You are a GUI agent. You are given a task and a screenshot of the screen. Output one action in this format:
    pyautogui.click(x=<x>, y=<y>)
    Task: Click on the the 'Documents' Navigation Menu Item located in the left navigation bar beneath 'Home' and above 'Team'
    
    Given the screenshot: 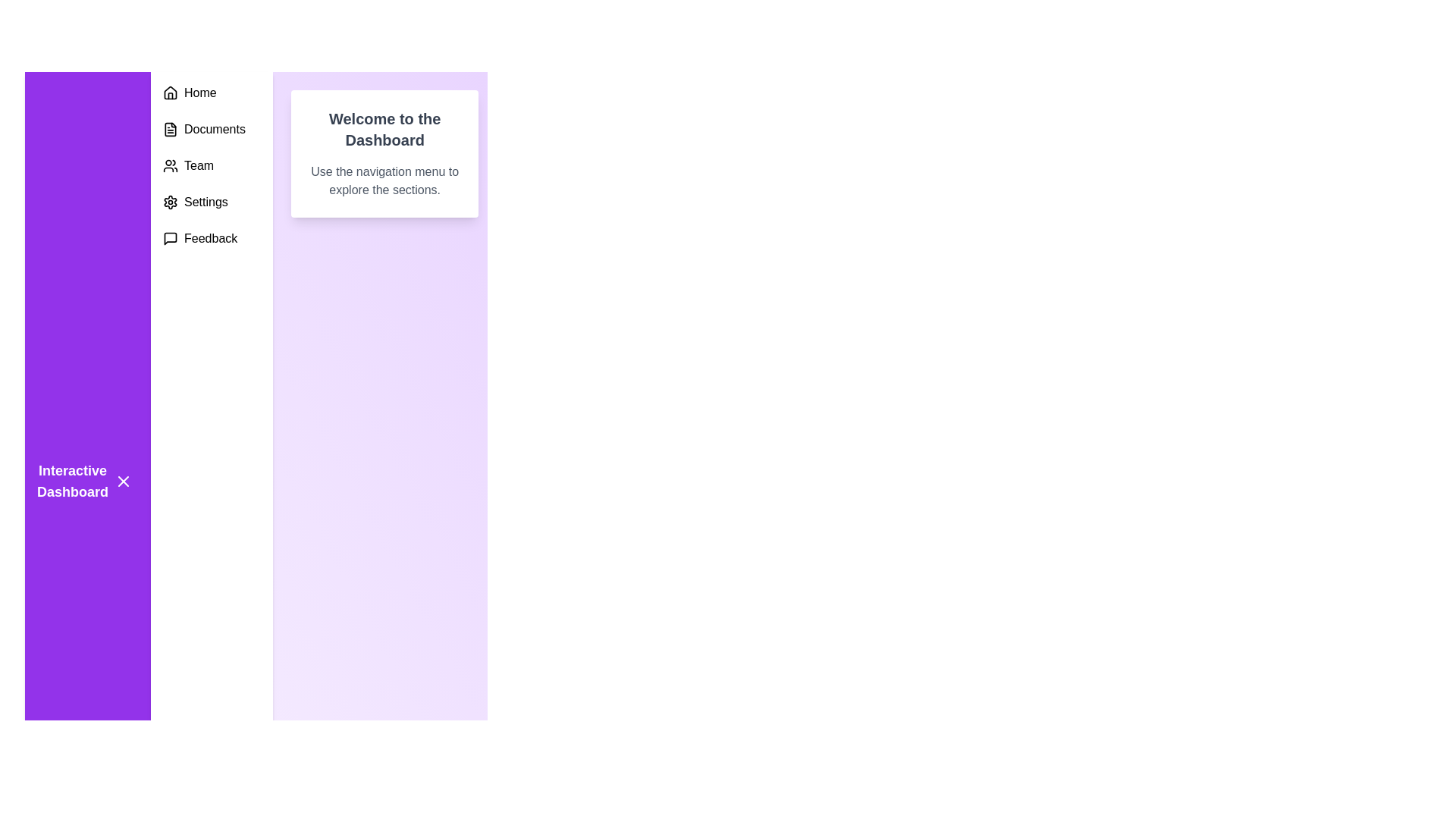 What is the action you would take?
    pyautogui.click(x=211, y=128)
    